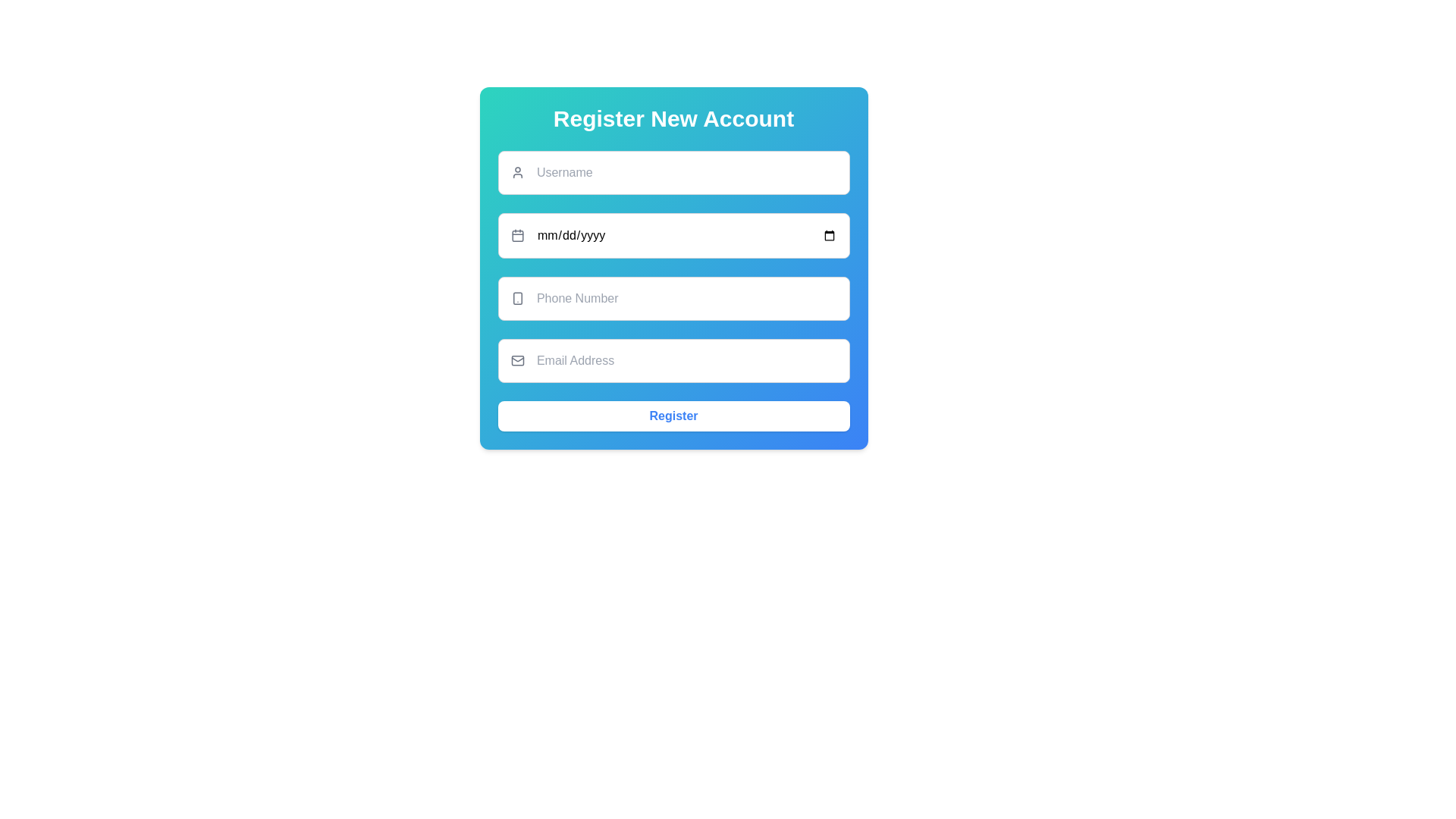  What do you see at coordinates (673, 268) in the screenshot?
I see `a date from the date picker in the registration form located at the center of the form section` at bounding box center [673, 268].